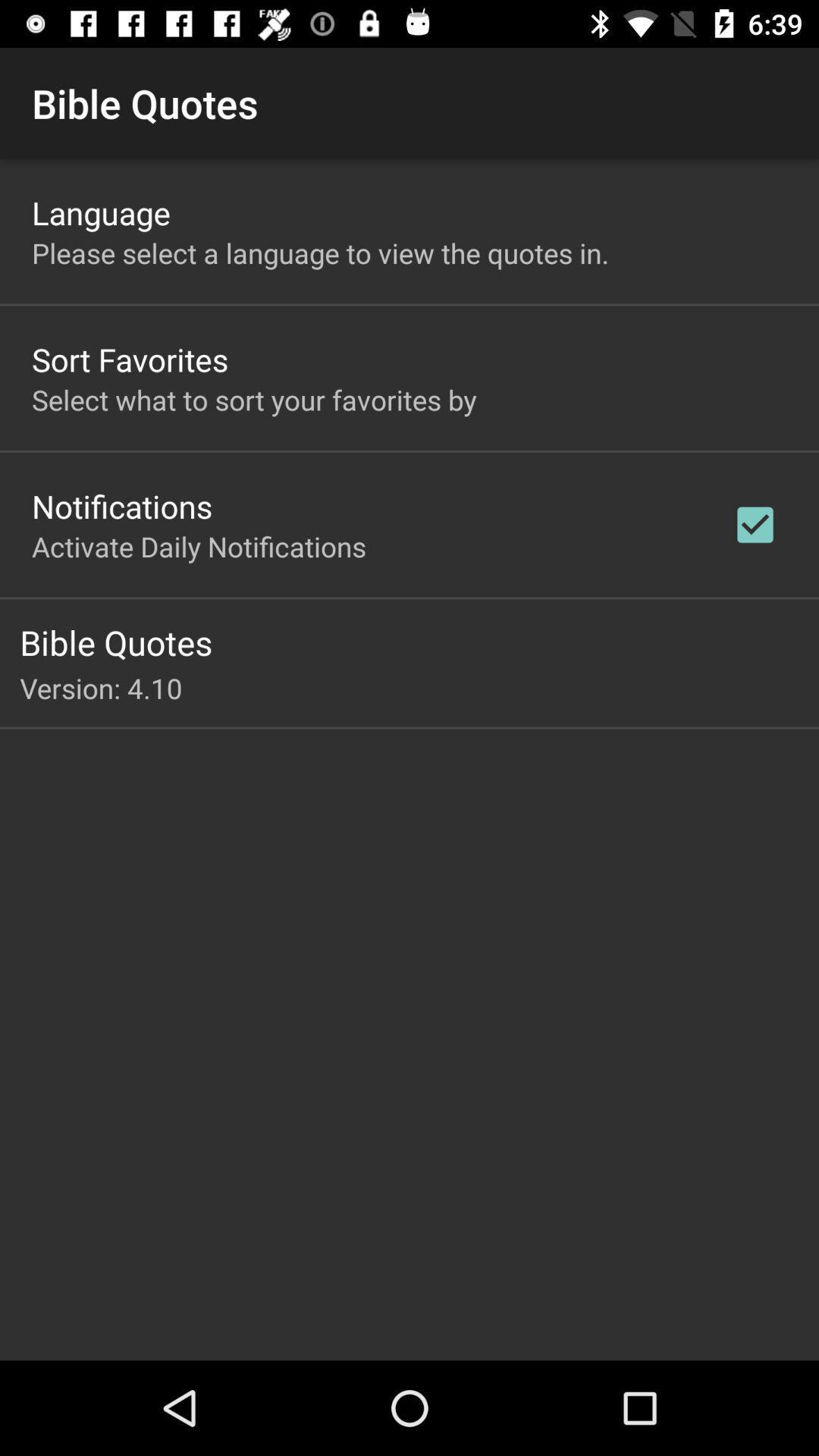 The image size is (819, 1456). Describe the element at coordinates (198, 546) in the screenshot. I see `the icon above bible quotes icon` at that location.